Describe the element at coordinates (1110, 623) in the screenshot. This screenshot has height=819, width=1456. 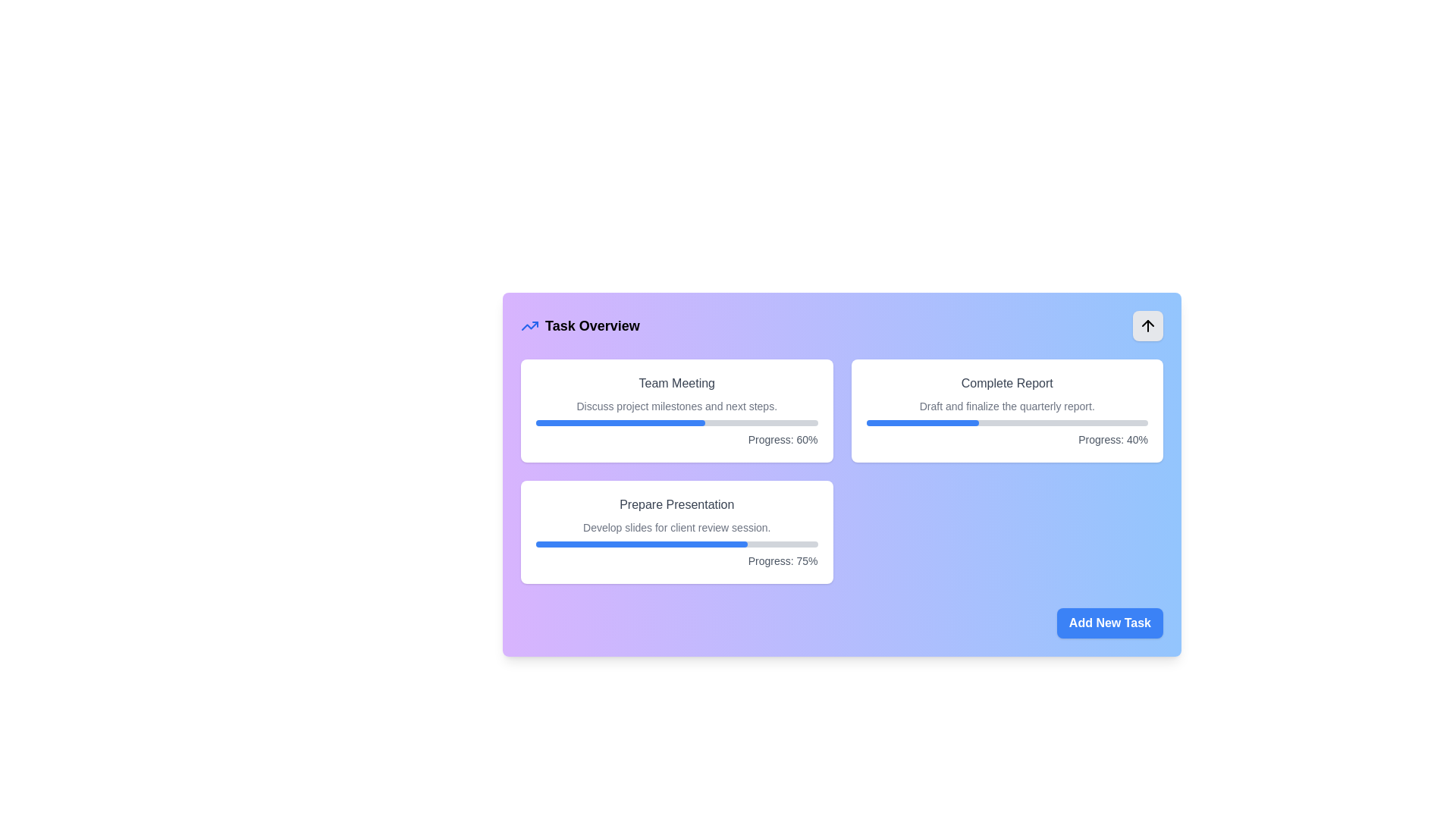
I see `the button located at the bottom-right corner of the task overview interface to initiate the action of adding a new task` at that location.